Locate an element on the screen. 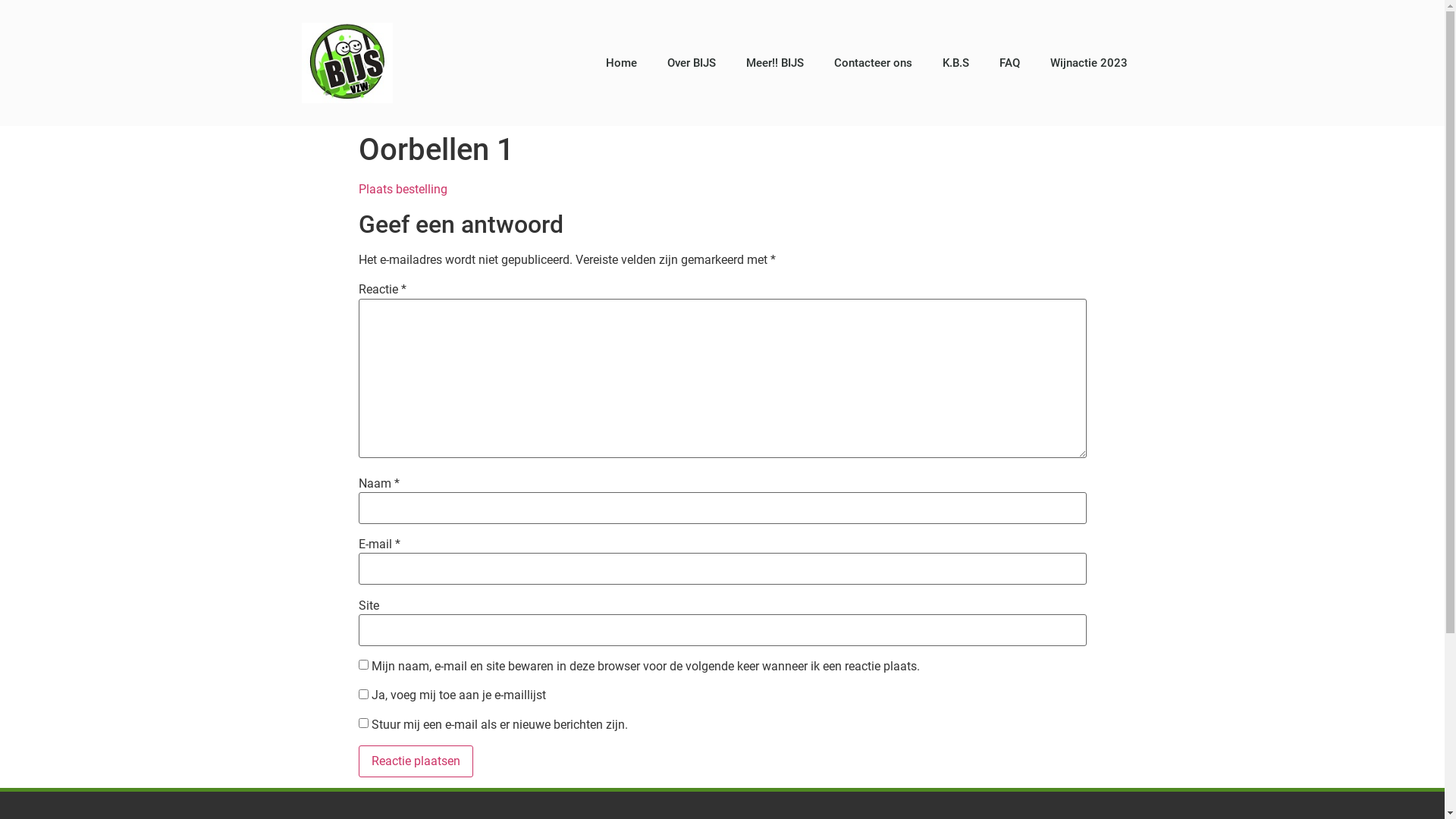  'Over BIJS' is located at coordinates (691, 62).